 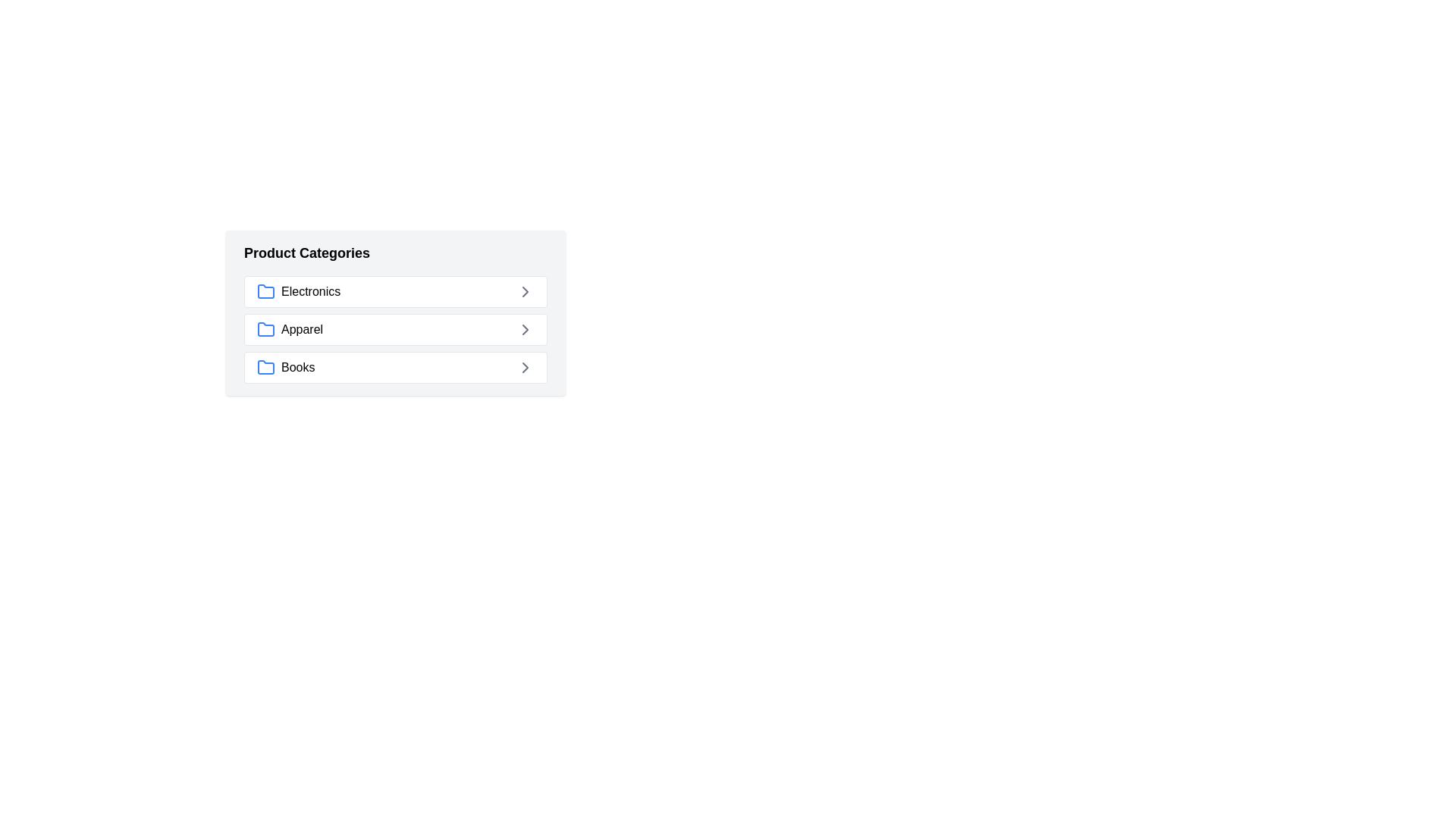 I want to click on the third entry in the vertical list labeled 'Books', so click(x=396, y=368).